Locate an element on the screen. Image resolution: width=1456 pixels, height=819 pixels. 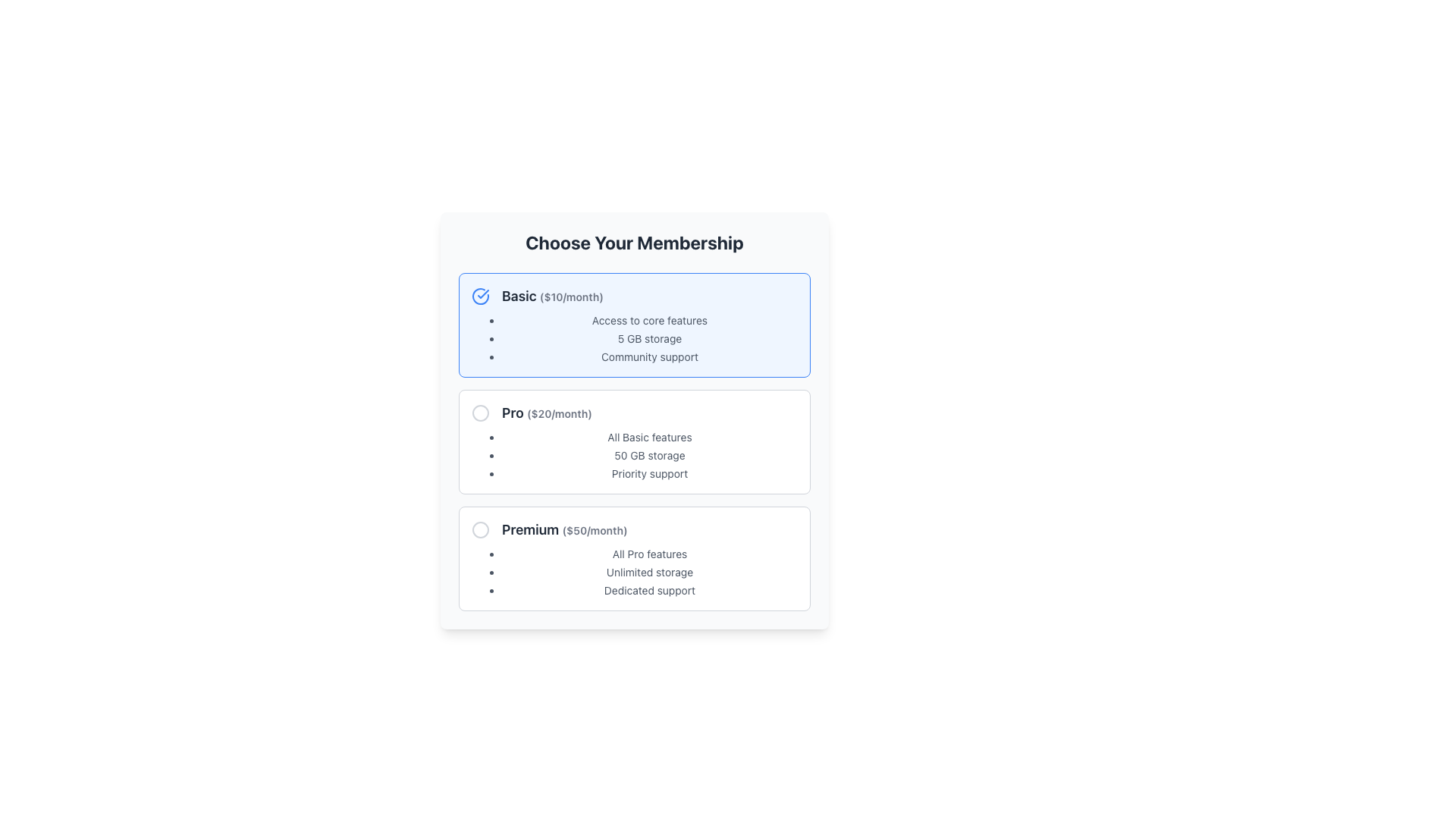
the static text label providing price information for the 'Basic' membership tier, which is positioned to the immediate right of the bold text 'Basic' in the 'Basic ($10/month)' section is located at coordinates (570, 297).